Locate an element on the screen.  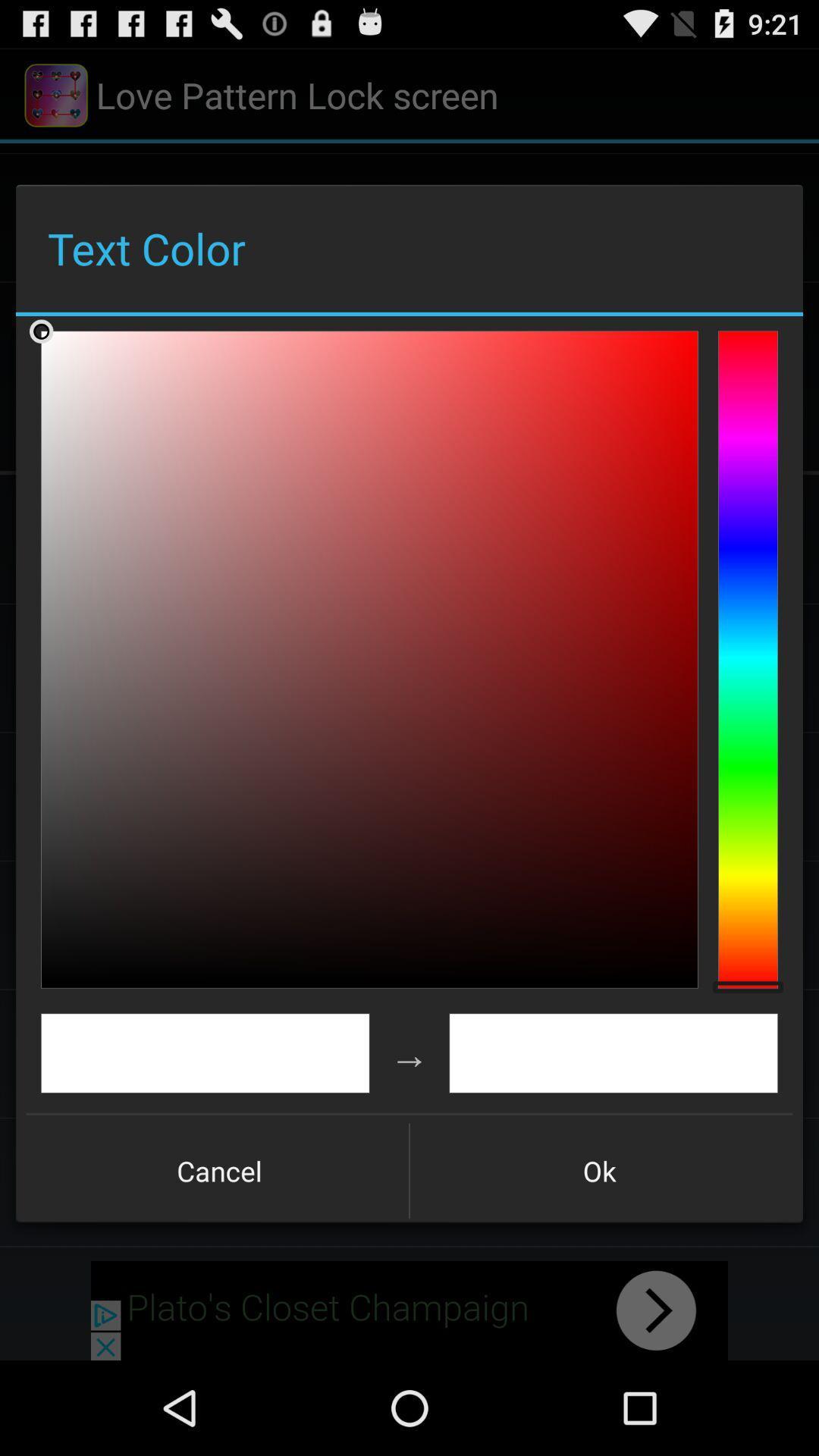
button next to ok icon is located at coordinates (219, 1170).